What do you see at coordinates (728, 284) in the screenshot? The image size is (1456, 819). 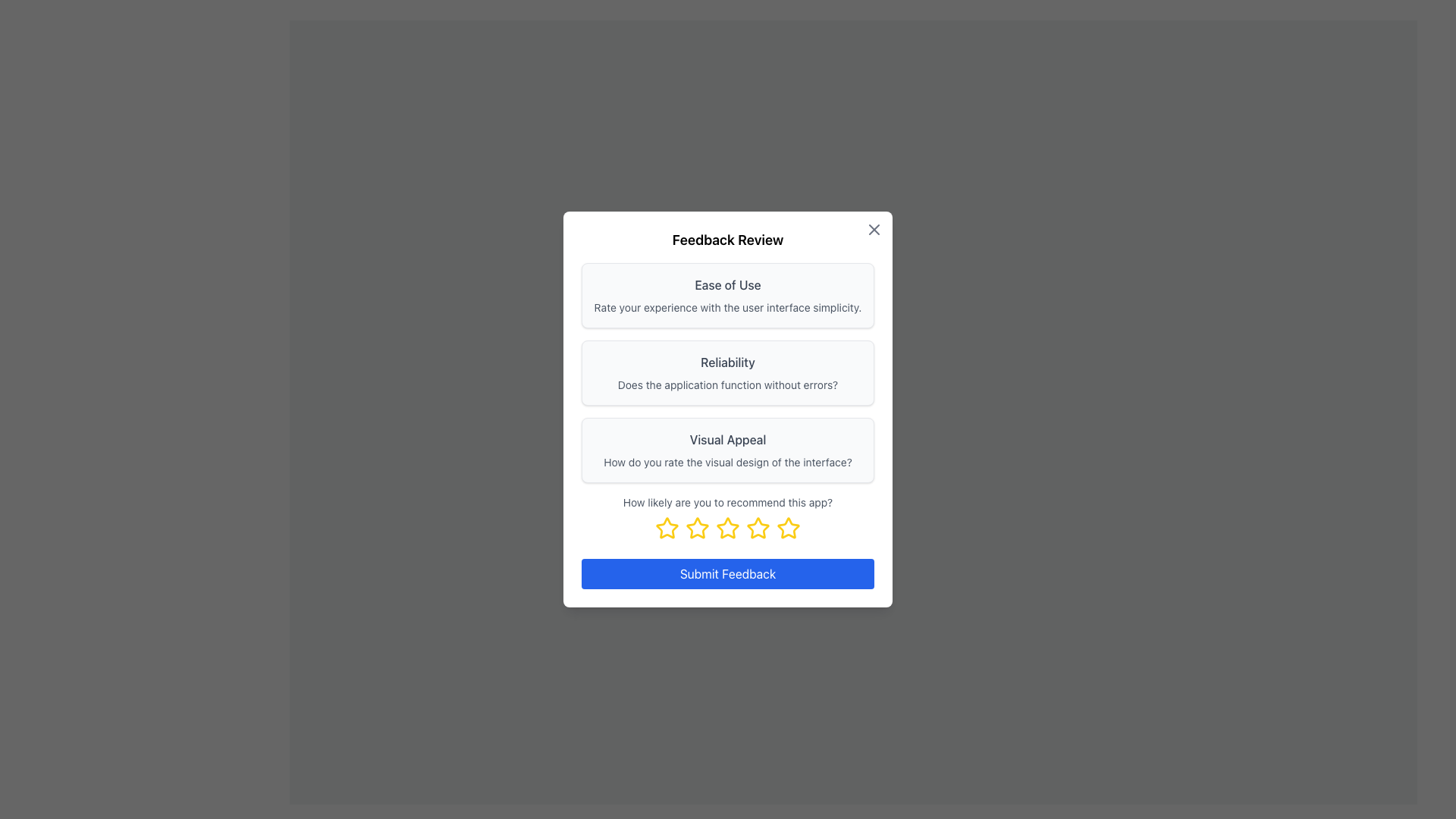 I see `the 'Ease of Use' label, which is a gray textual heading centered at the top of the feedback section, above the description text` at bounding box center [728, 284].